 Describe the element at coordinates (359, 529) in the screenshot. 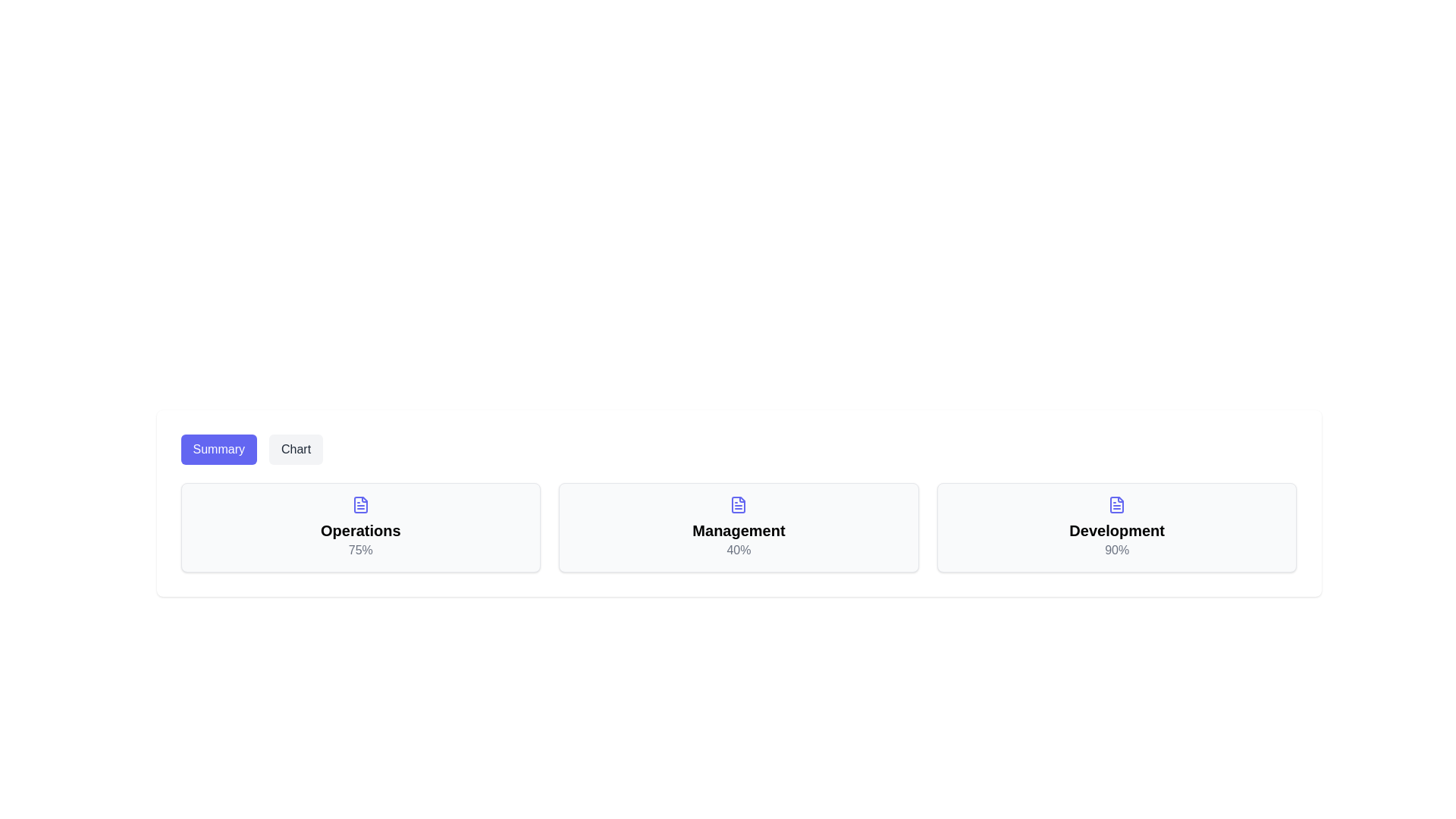

I see `the prominent label displaying 'Operations', which is part of a rectangular card in the first column of three cards` at that location.